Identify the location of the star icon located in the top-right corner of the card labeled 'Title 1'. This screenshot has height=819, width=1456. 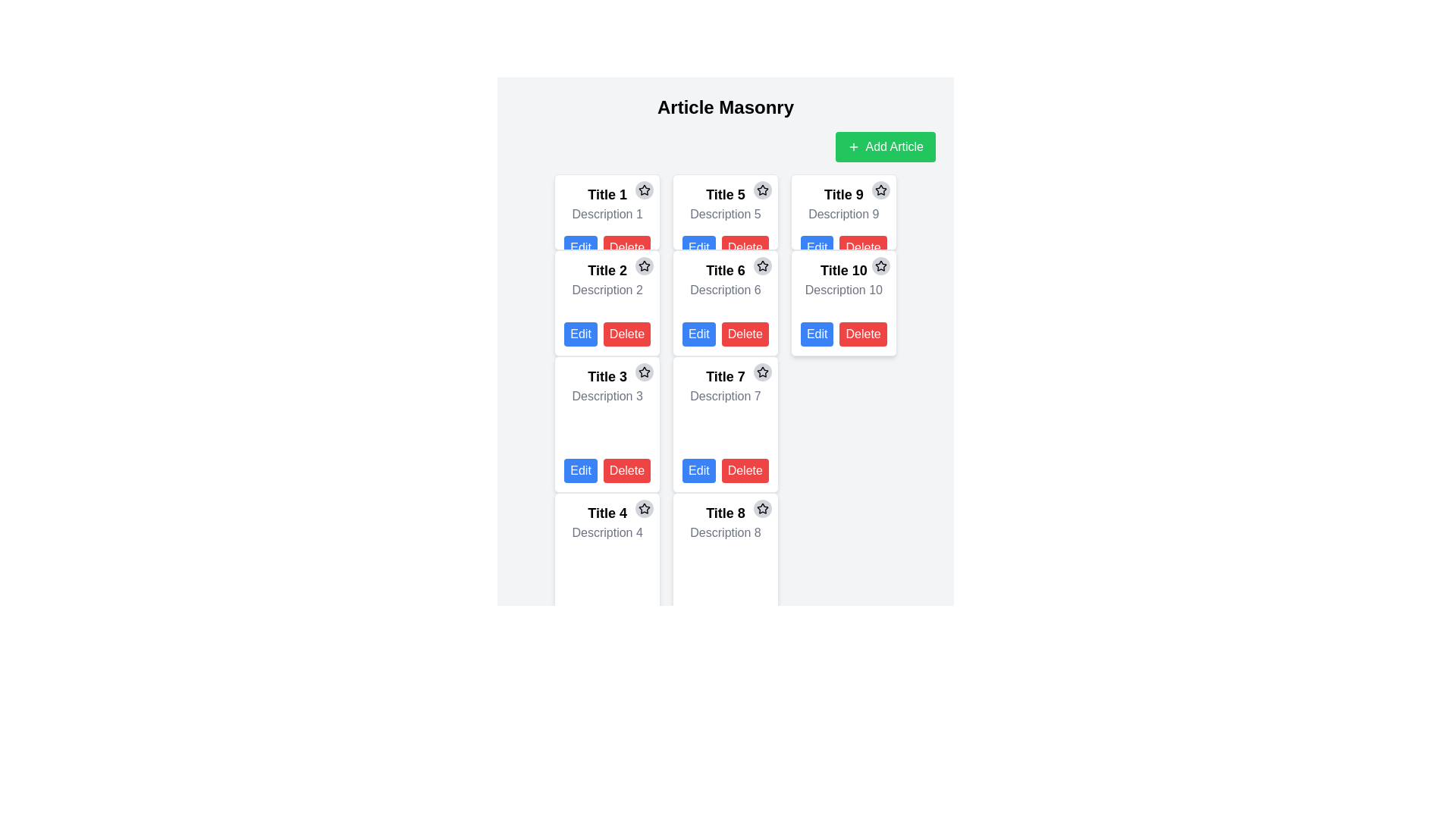
(645, 189).